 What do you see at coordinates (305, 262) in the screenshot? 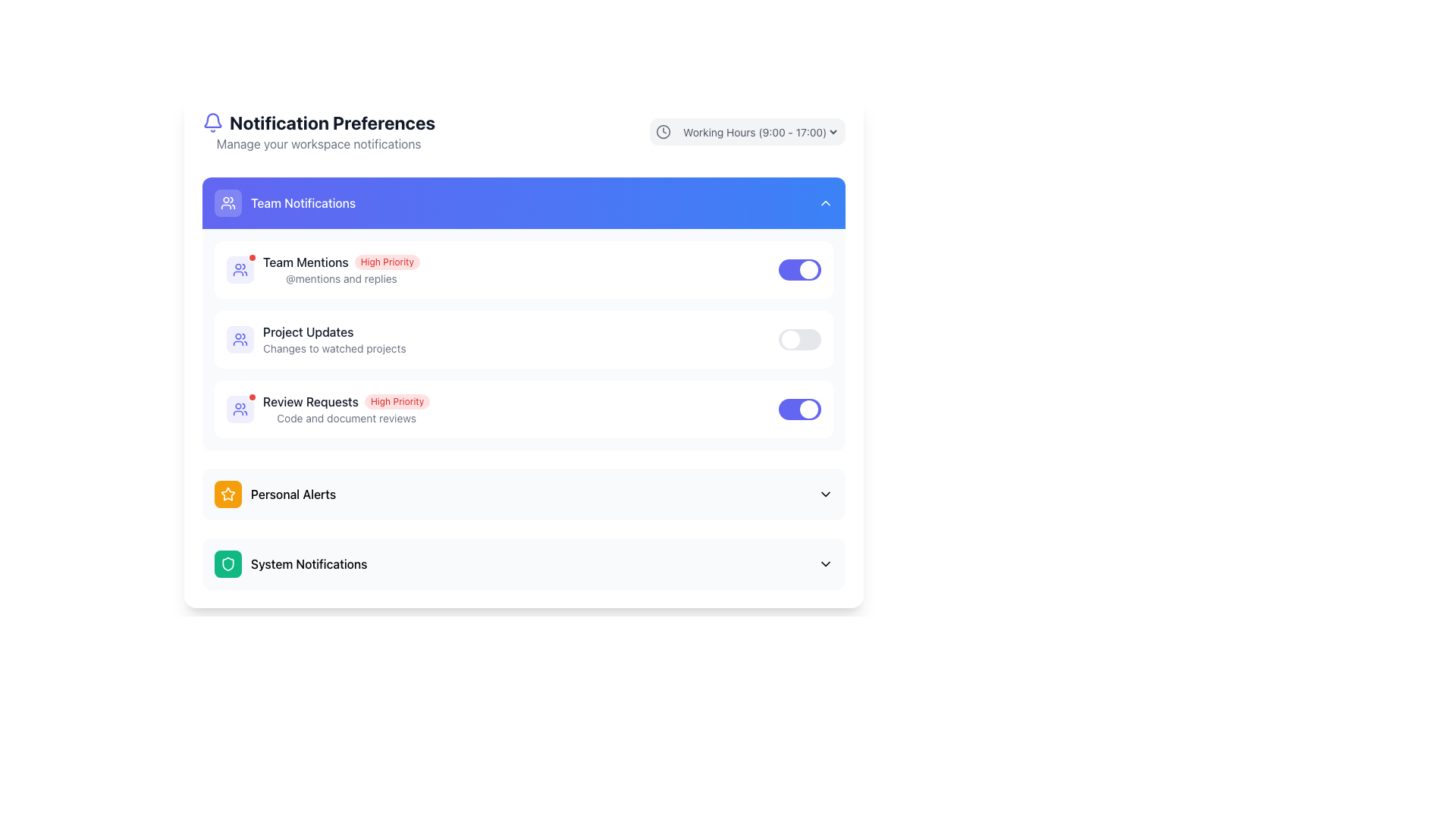
I see `the Static Text element that serves as a label for team mentions, located at the top of the notification settings list and aligned to the left` at bounding box center [305, 262].